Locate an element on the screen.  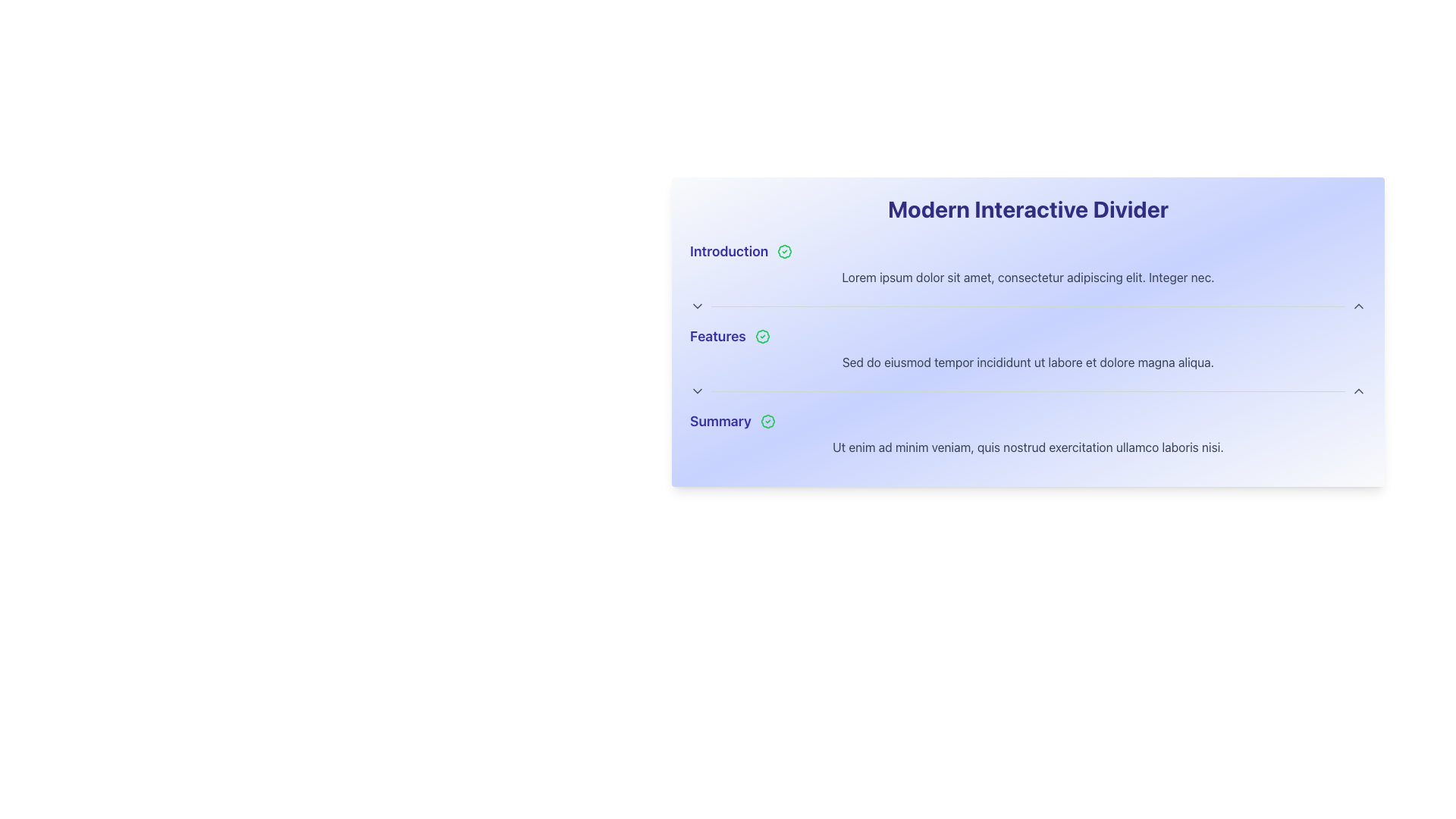
the green badge icon with a check mark located next to the 'Summary' label in the third item of the vertical list is located at coordinates (767, 421).